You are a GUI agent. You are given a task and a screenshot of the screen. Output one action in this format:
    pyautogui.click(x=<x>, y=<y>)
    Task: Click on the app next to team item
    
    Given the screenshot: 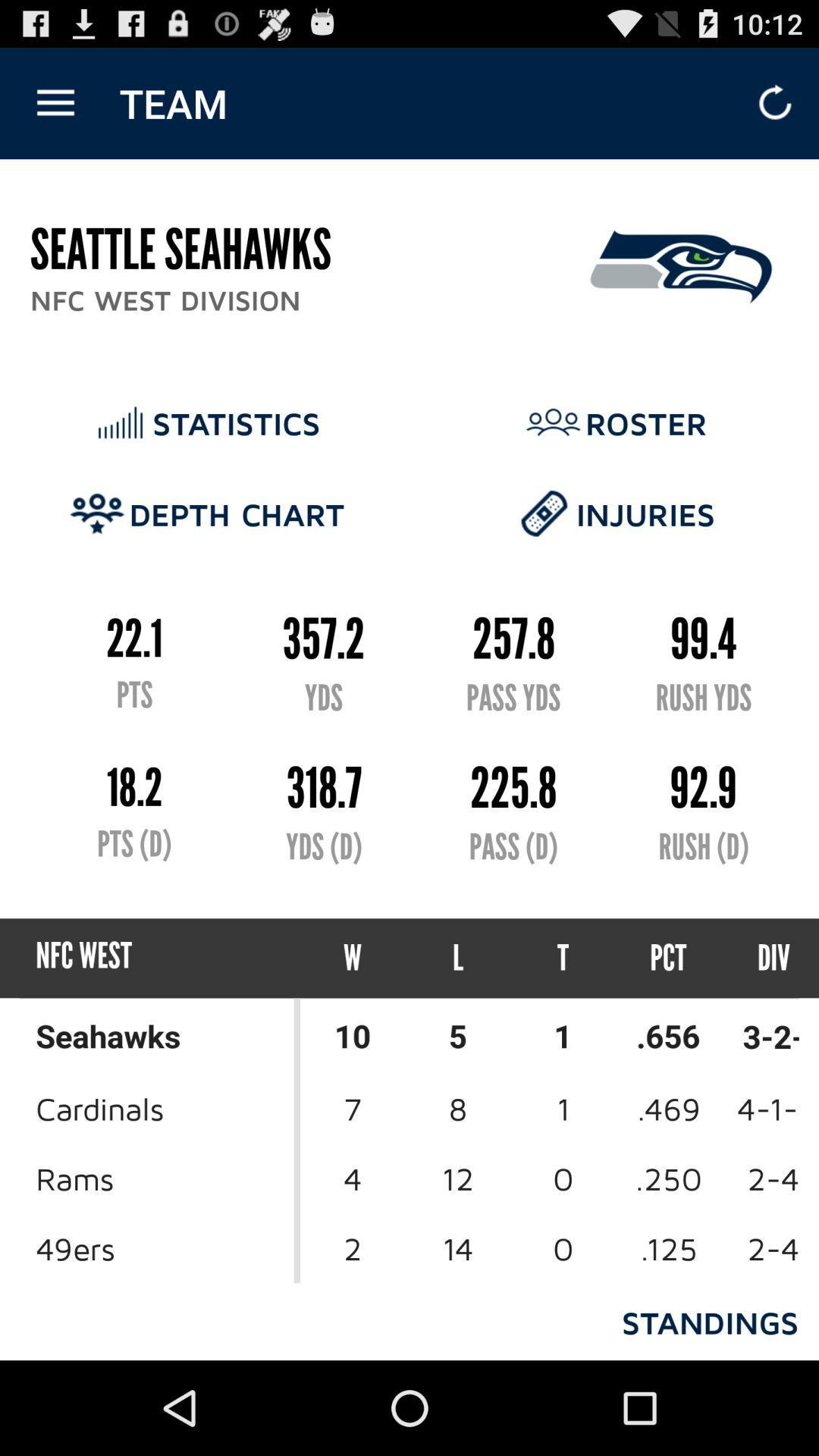 What is the action you would take?
    pyautogui.click(x=55, y=102)
    